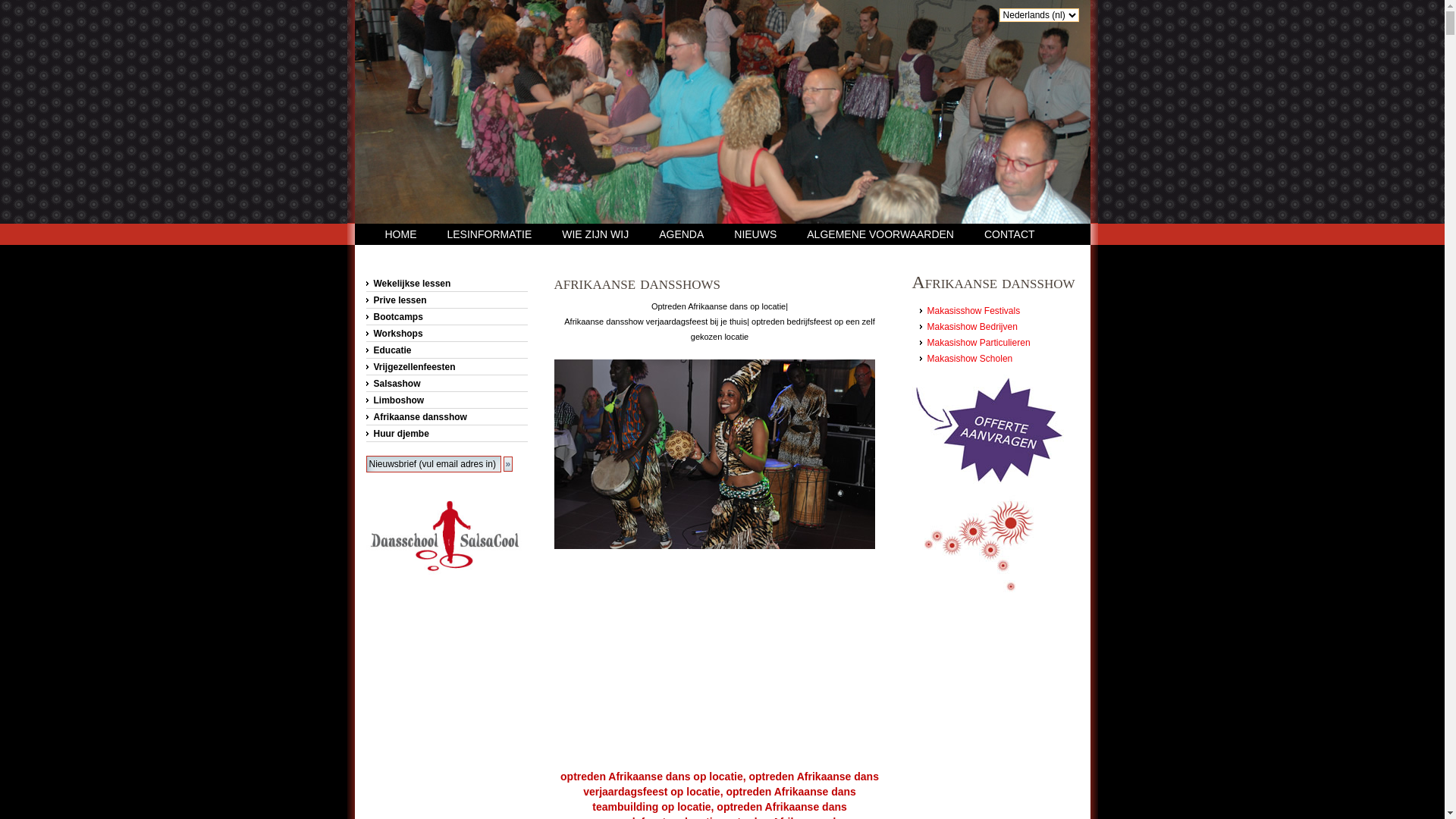 The height and width of the screenshot is (819, 1456). Describe the element at coordinates (445, 433) in the screenshot. I see `'Huur djembe'` at that location.